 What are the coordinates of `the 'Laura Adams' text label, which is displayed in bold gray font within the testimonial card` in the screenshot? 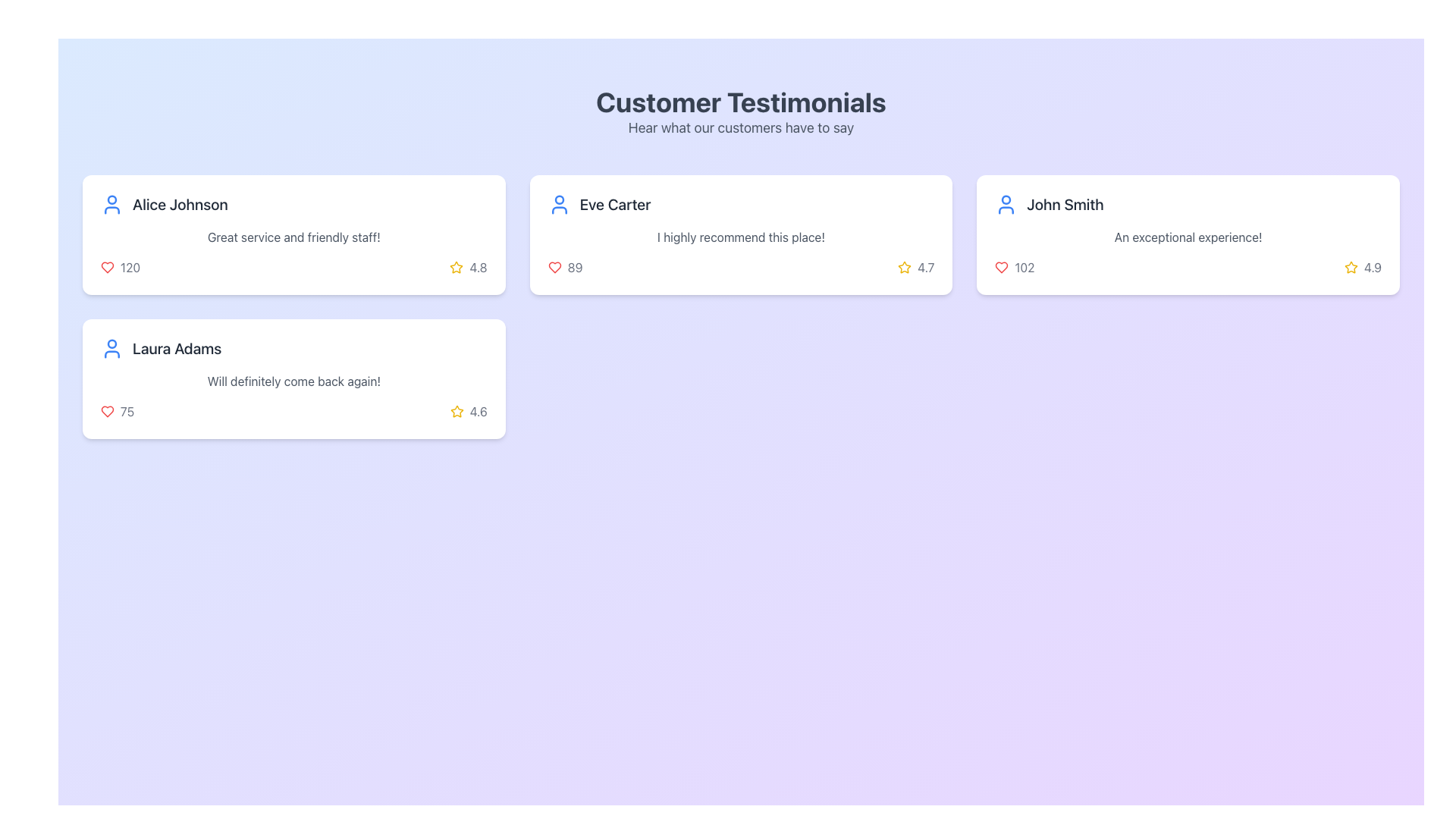 It's located at (177, 348).